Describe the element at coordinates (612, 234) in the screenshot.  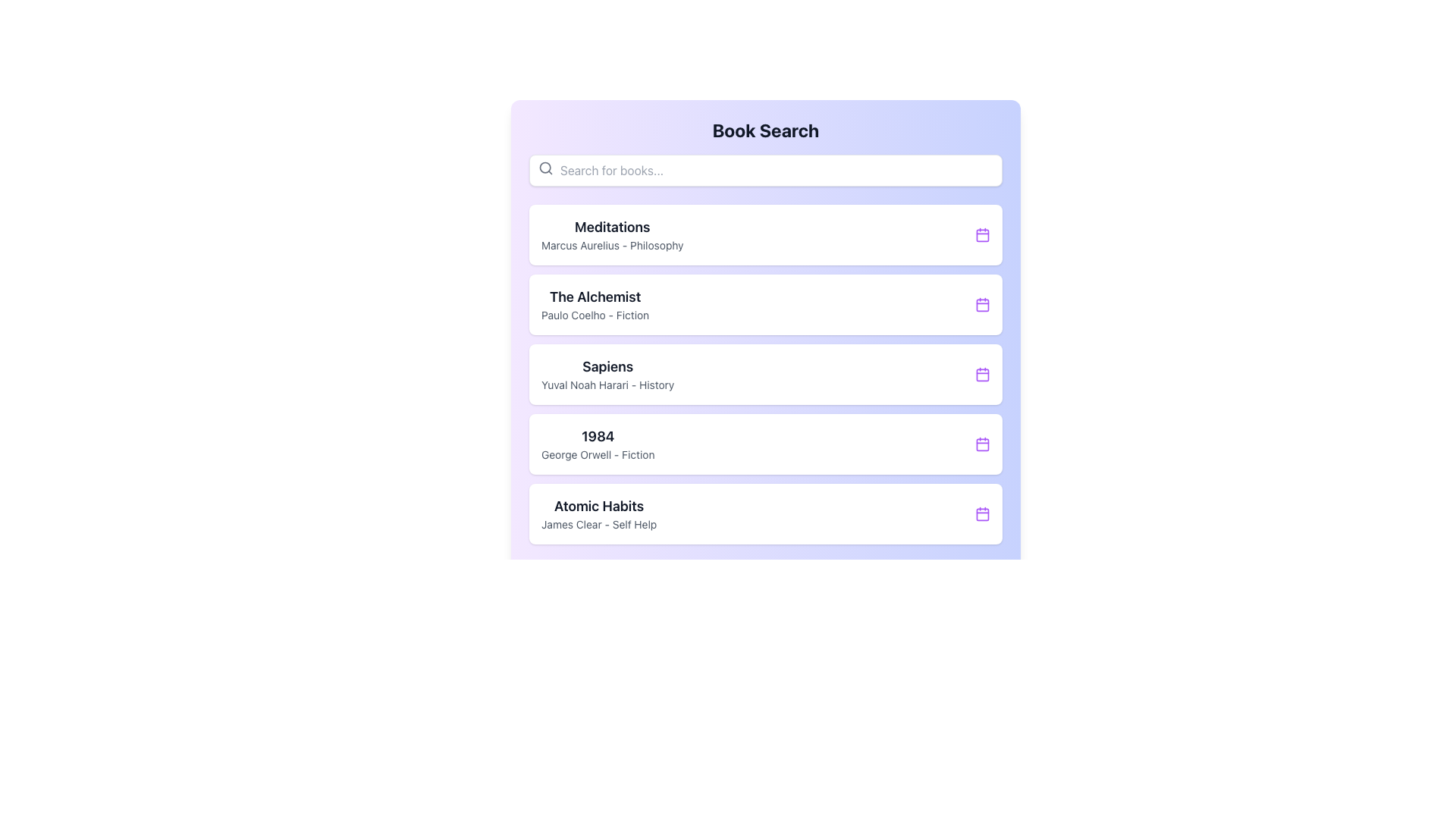
I see `the text block representing the book 'Meditations'` at that location.